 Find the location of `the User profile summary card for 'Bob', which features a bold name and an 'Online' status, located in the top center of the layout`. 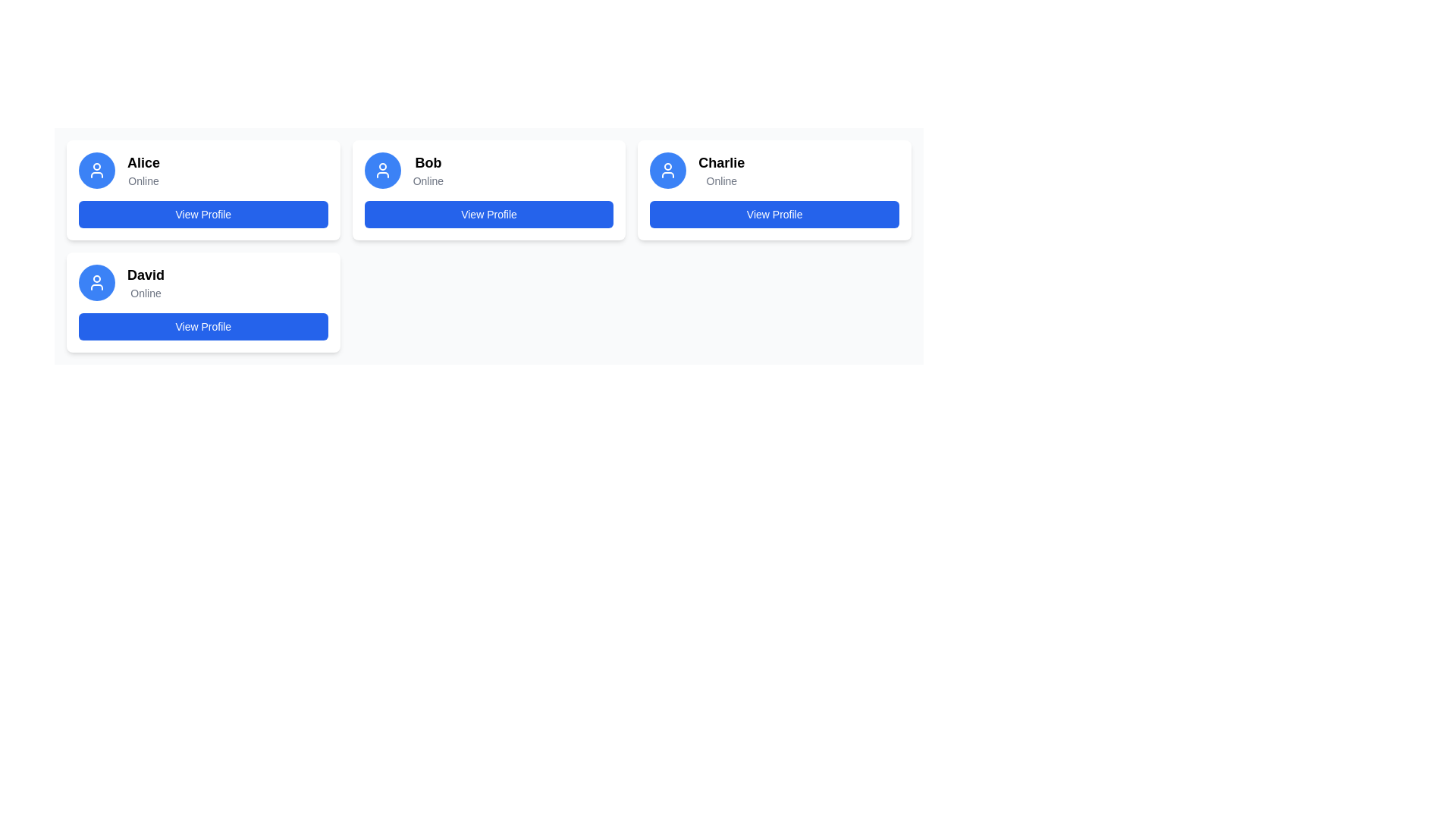

the User profile summary card for 'Bob', which features a bold name and an 'Online' status, located in the top center of the layout is located at coordinates (488, 170).